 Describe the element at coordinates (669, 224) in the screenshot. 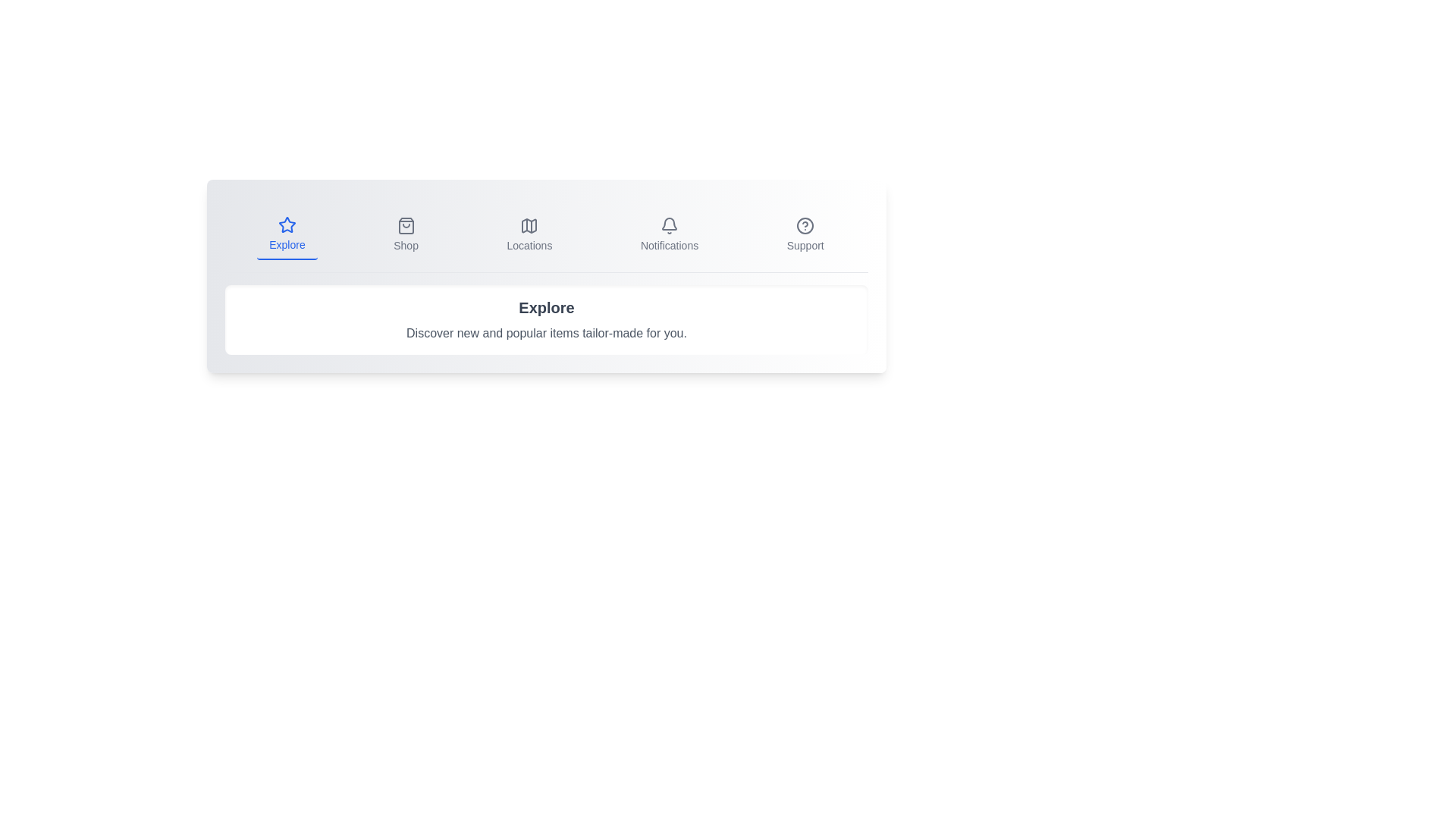

I see `the gray bell-shaped icon in the top menu bar, labeled 'Notifications'` at that location.